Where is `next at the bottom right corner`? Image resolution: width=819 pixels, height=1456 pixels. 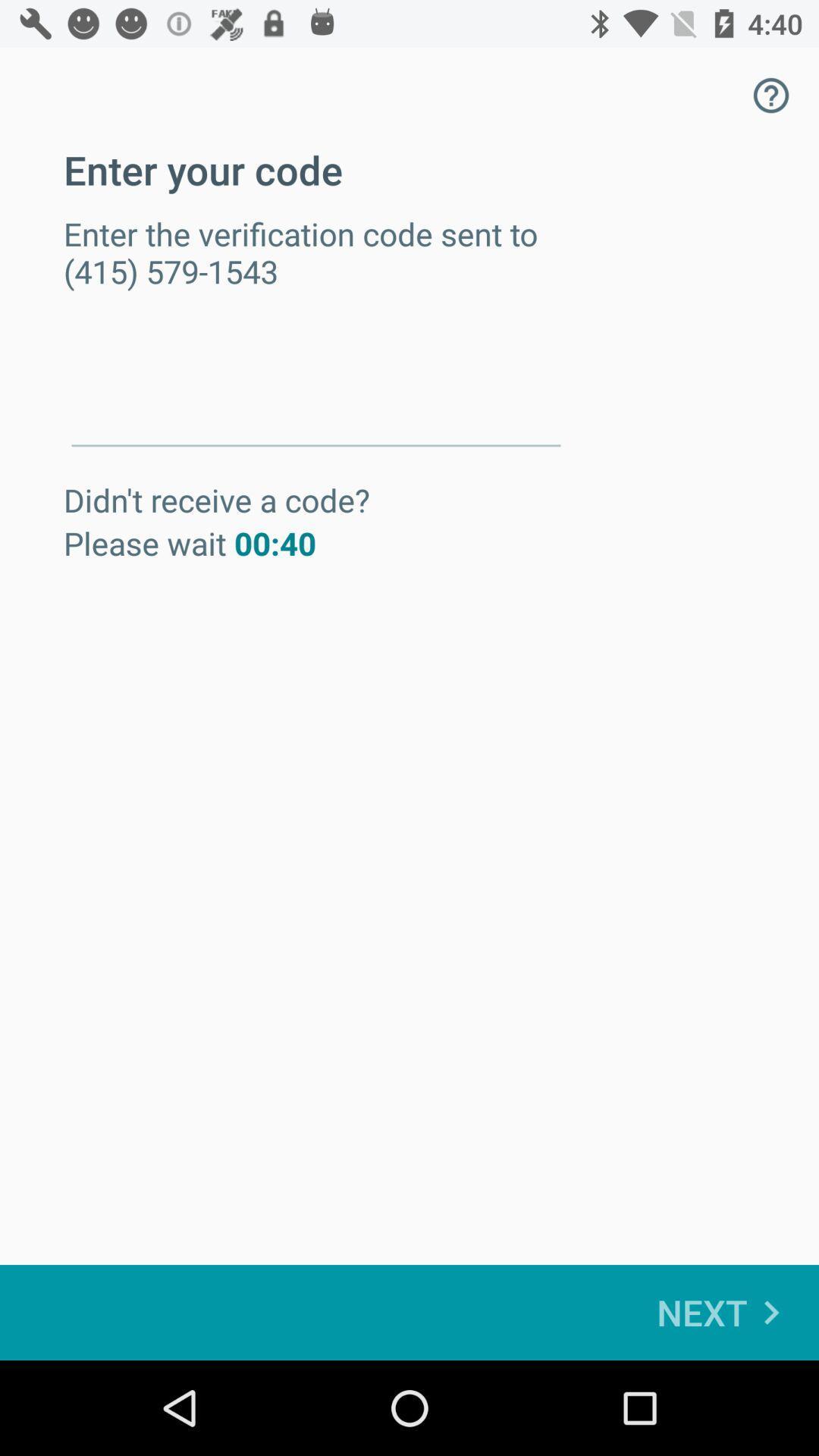
next at the bottom right corner is located at coordinates (725, 1312).